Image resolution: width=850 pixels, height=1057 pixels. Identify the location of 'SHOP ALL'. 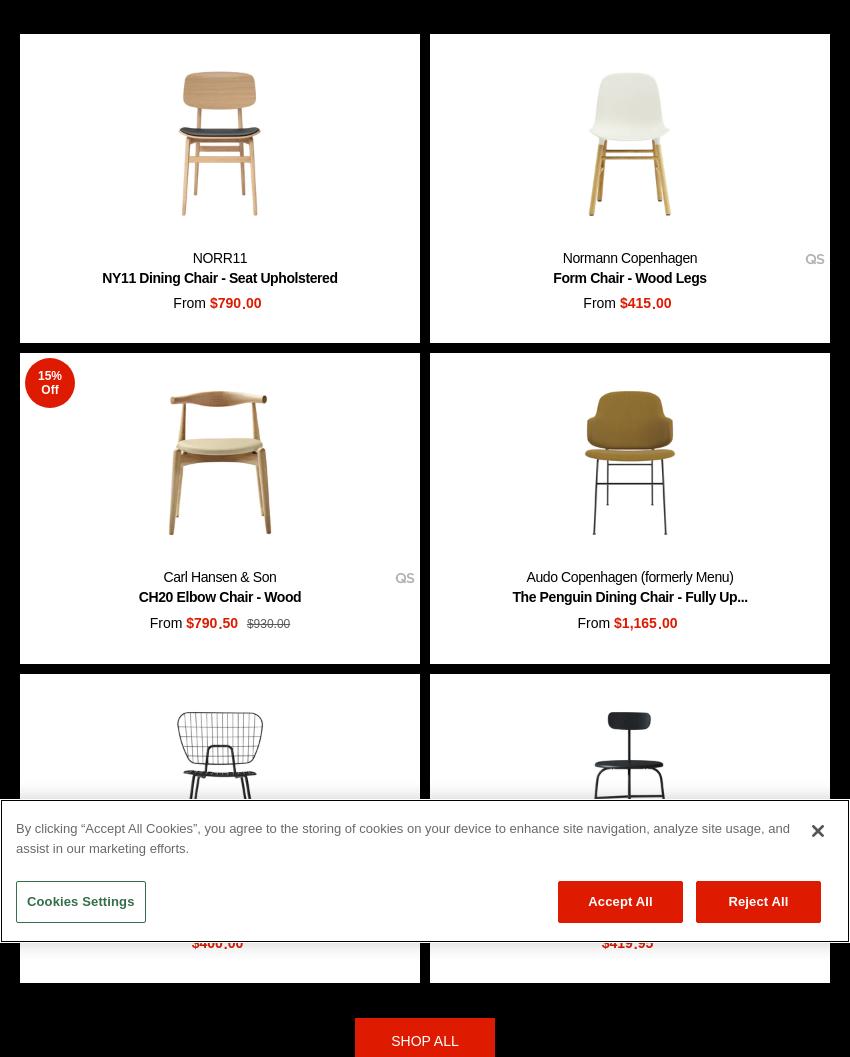
(424, 1038).